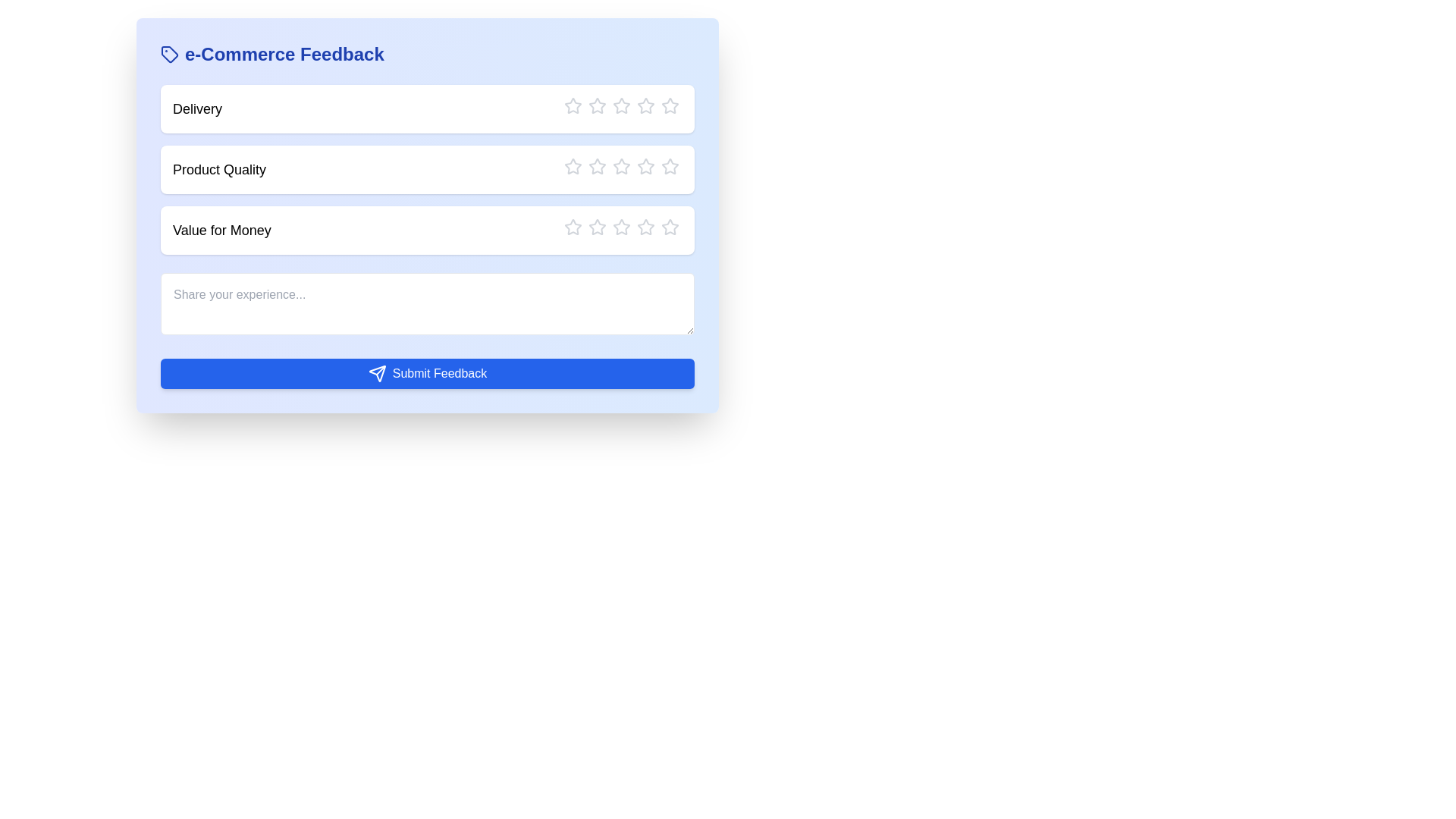  I want to click on the star corresponding to the rating 5 for the category Value for Money, so click(661, 227).